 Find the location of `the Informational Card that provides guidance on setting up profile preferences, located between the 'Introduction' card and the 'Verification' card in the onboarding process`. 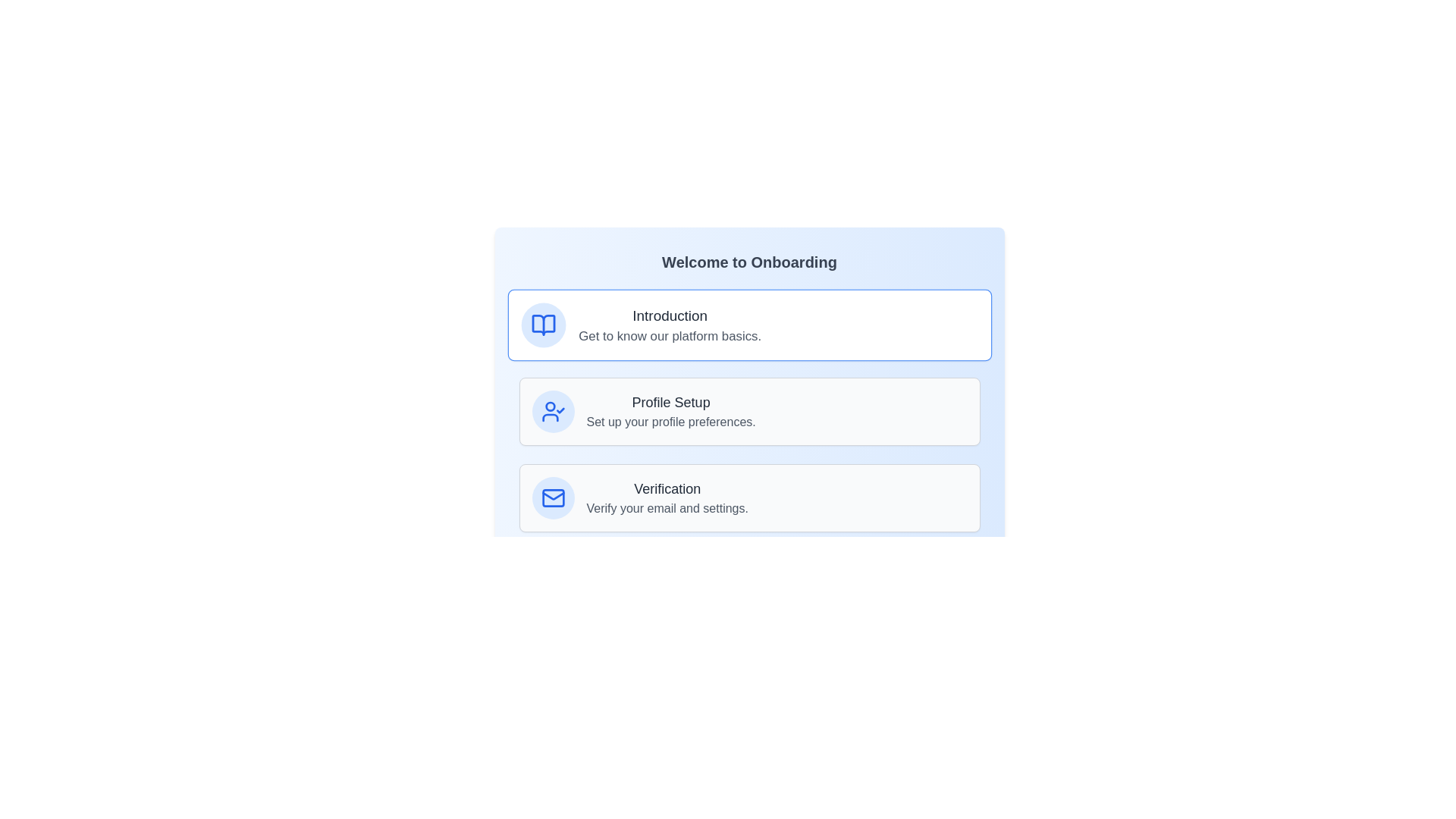

the Informational Card that provides guidance on setting up profile preferences, located between the 'Introduction' card and the 'Verification' card in the onboarding process is located at coordinates (749, 412).